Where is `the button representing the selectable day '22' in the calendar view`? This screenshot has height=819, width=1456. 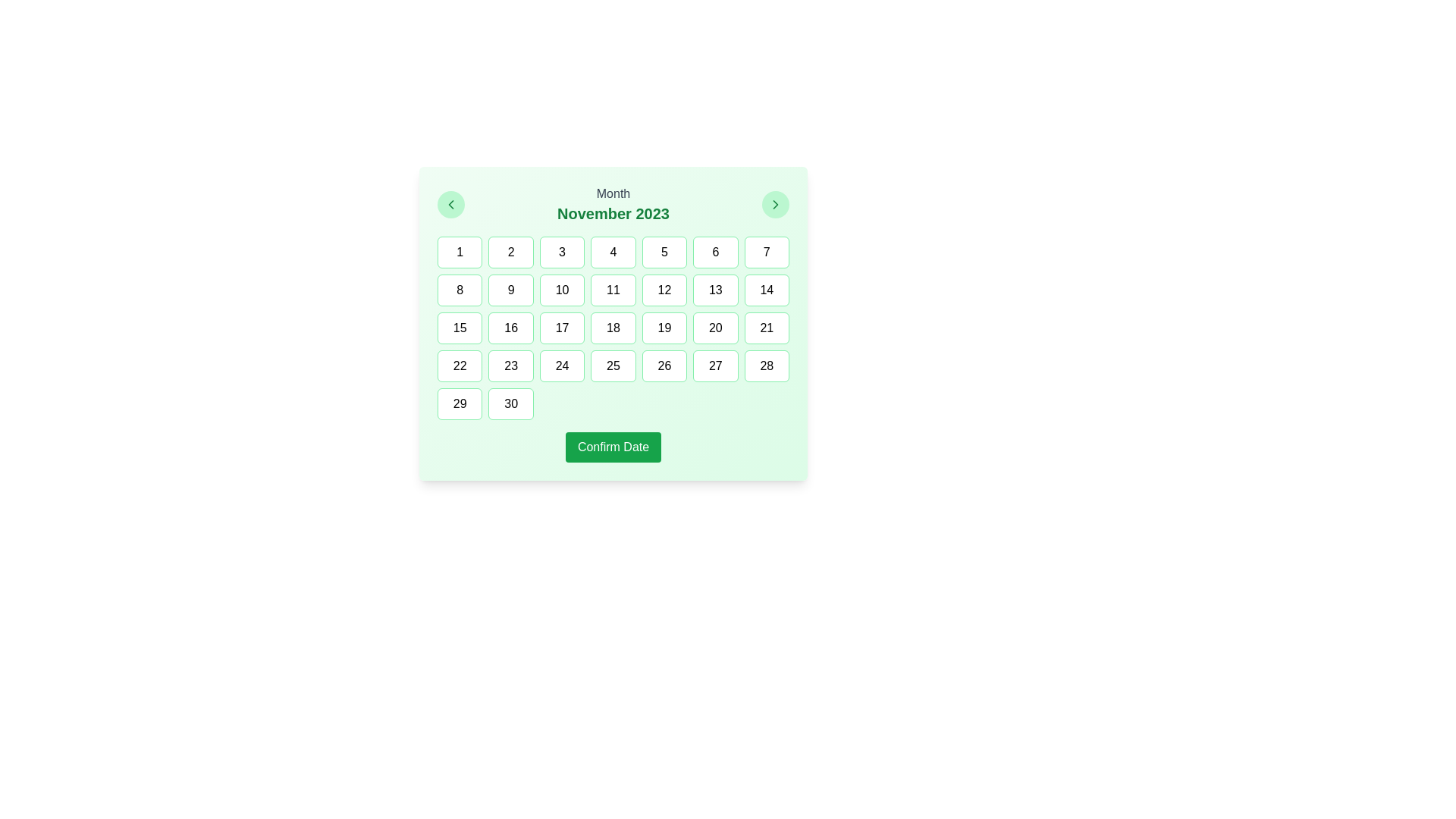
the button representing the selectable day '22' in the calendar view is located at coordinates (459, 366).